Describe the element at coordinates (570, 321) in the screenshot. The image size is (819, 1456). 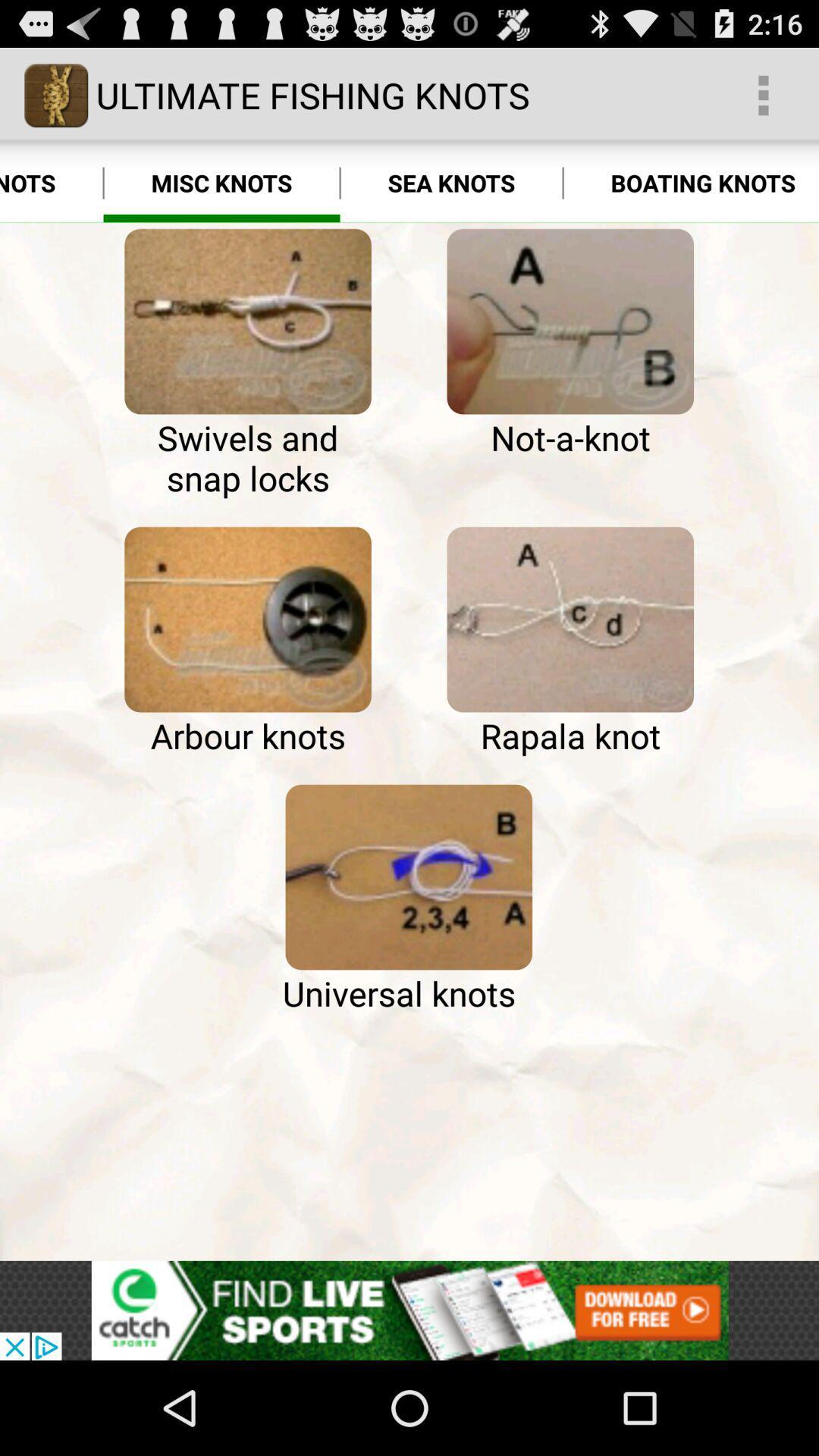
I see `learn not-a-knot` at that location.